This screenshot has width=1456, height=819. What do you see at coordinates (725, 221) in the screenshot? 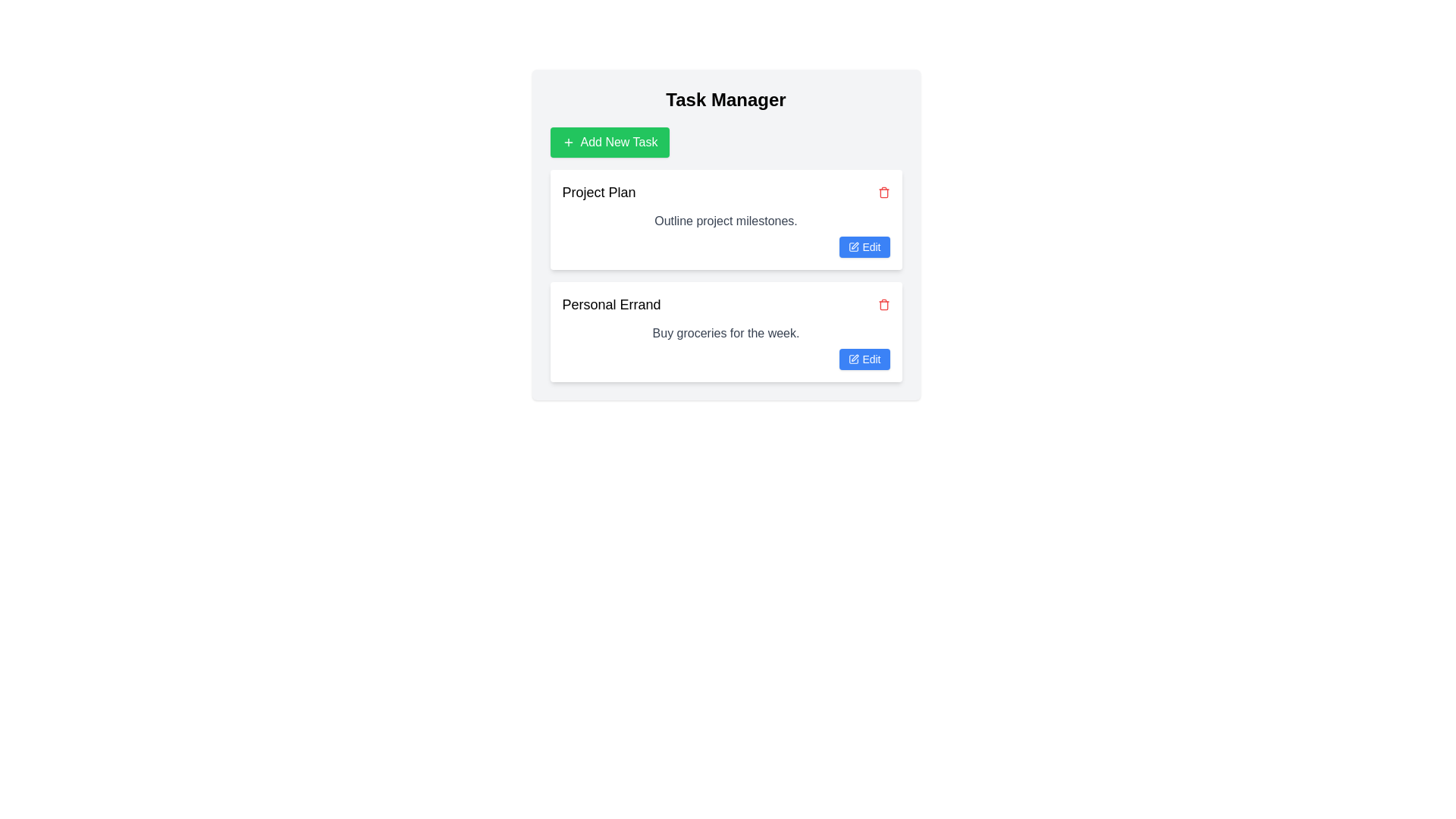
I see `the text label that provides an overview of the 'Project Plan' task, positioned below the title and above the 'Edit' button within the 'Project Plan' card` at bounding box center [725, 221].